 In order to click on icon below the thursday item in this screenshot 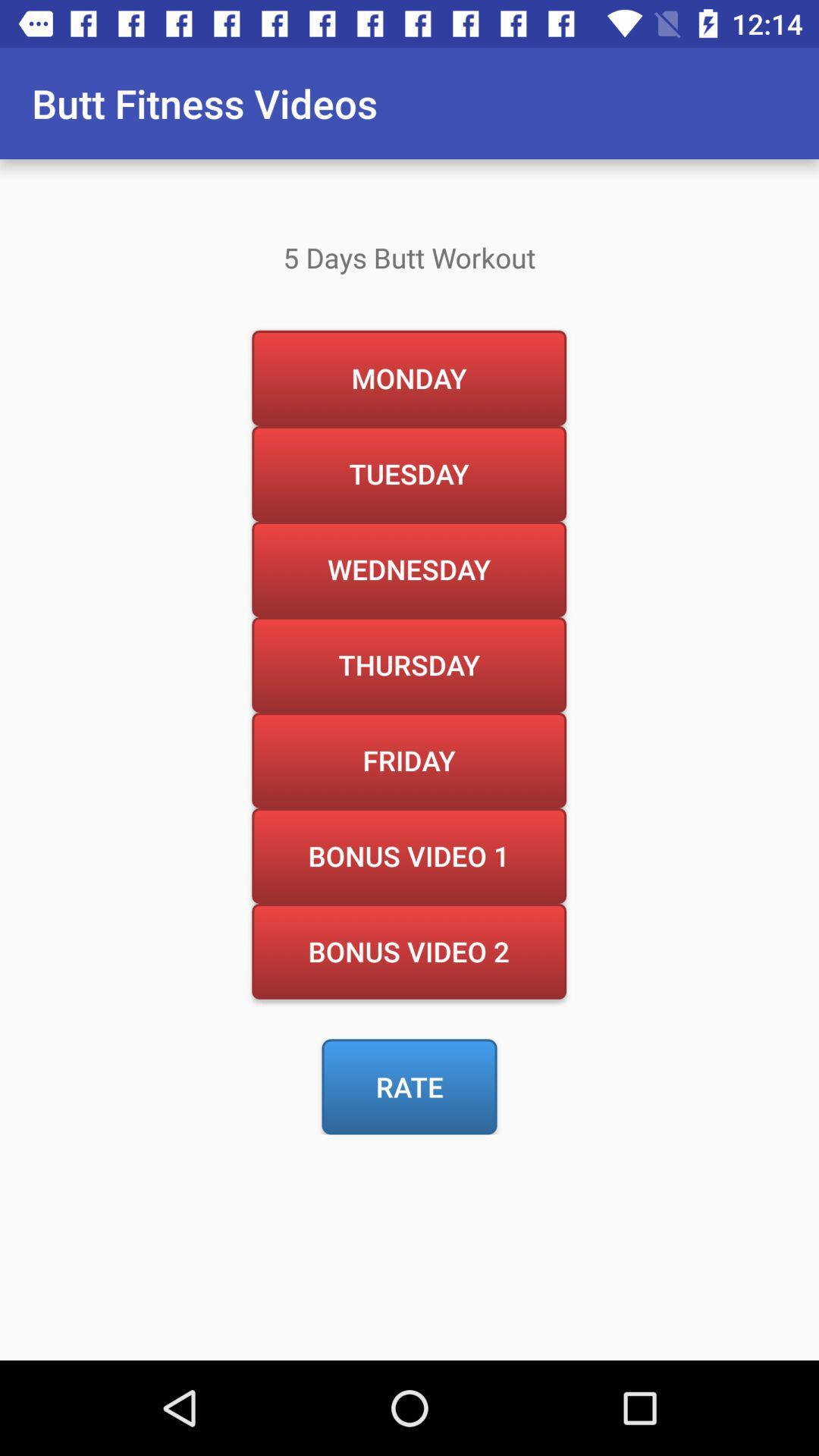, I will do `click(408, 760)`.